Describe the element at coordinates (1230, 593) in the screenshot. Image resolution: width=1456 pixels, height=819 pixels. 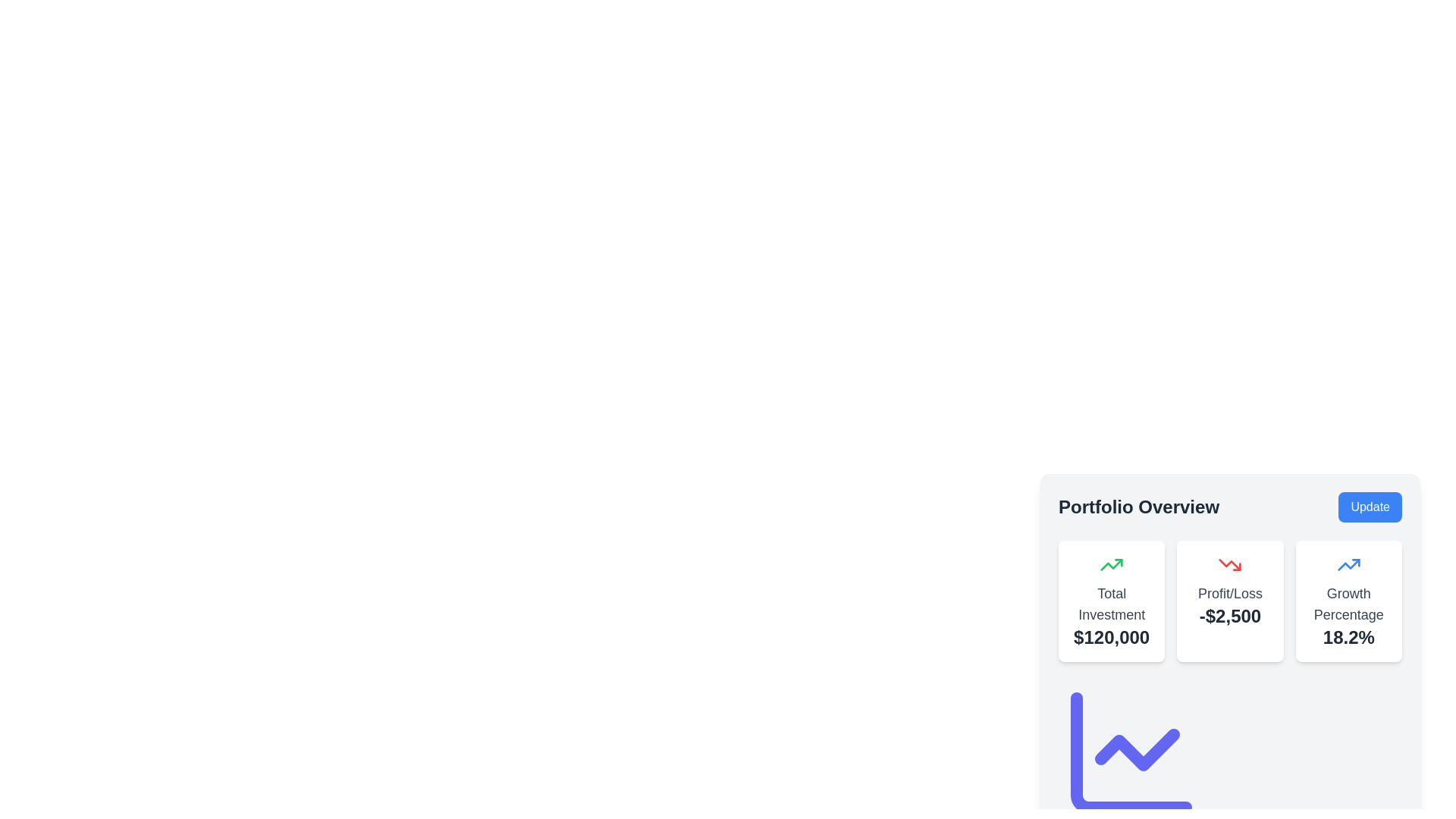
I see `the text label 'Profit/Loss' which is styled in gray and positioned above the numerical value '-$2,500'` at that location.